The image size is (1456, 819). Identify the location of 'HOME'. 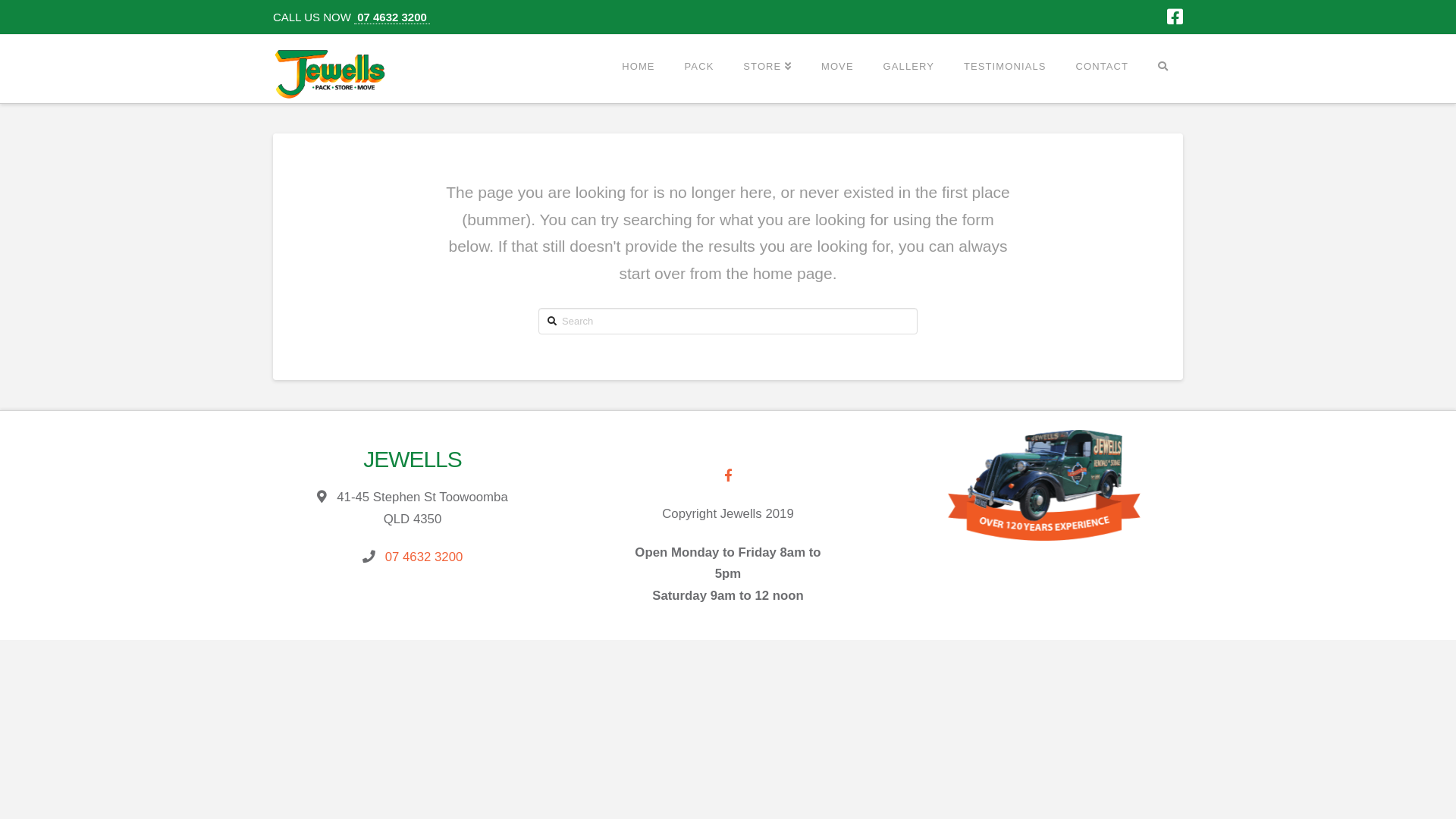
(637, 65).